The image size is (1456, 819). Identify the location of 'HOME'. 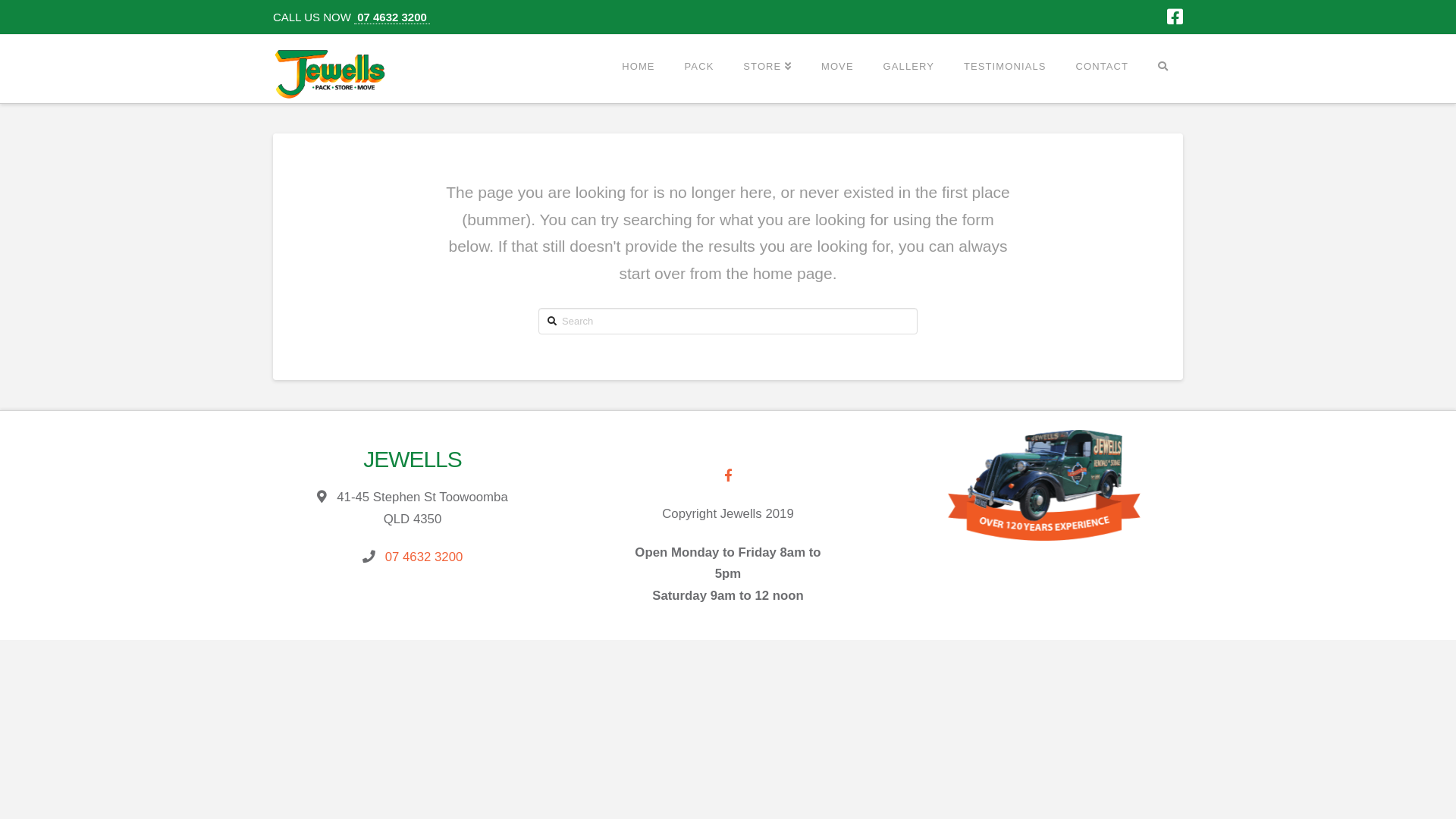
(637, 65).